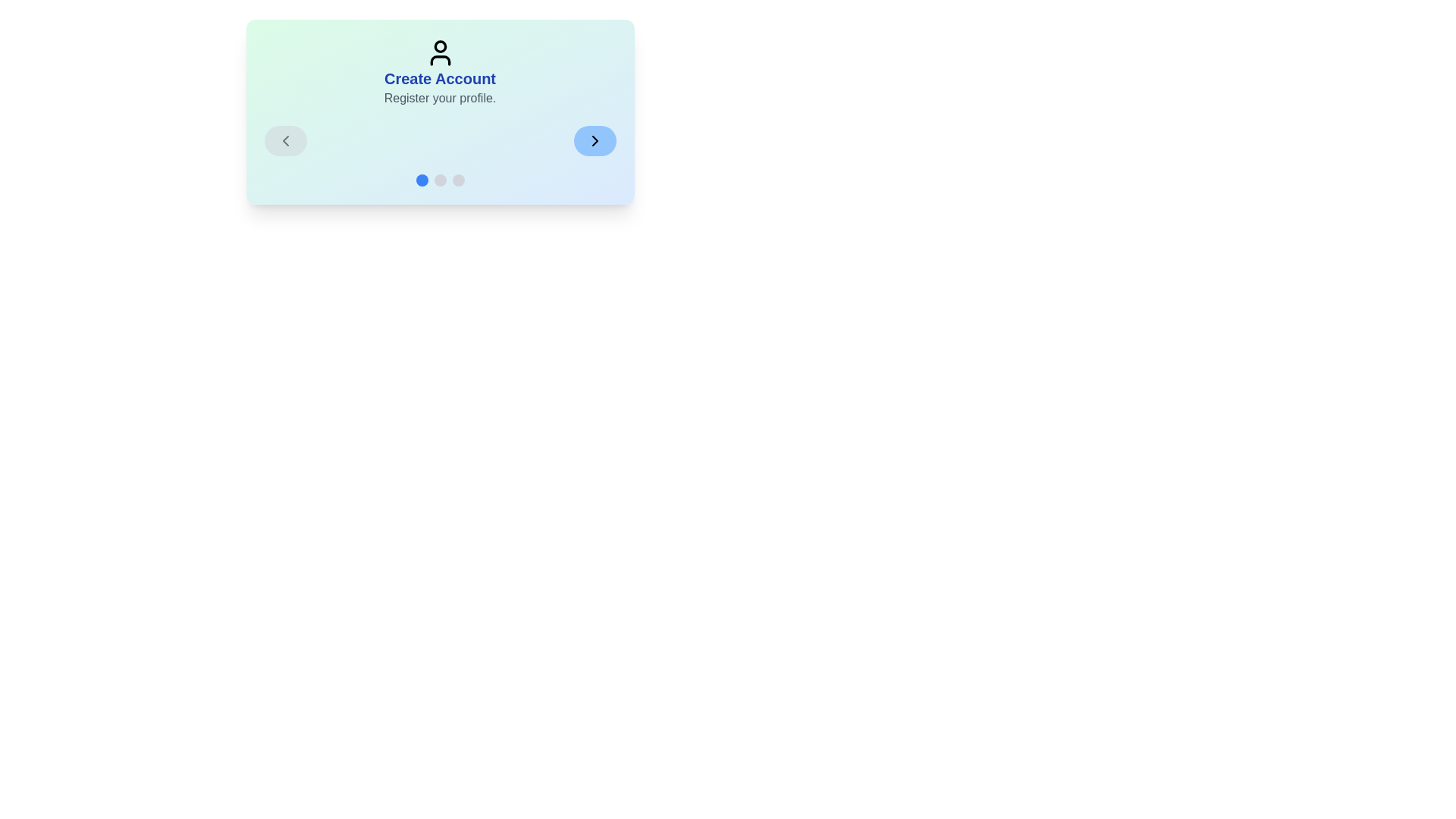  I want to click on the 'Next' button to observe its hover effect, so click(594, 140).